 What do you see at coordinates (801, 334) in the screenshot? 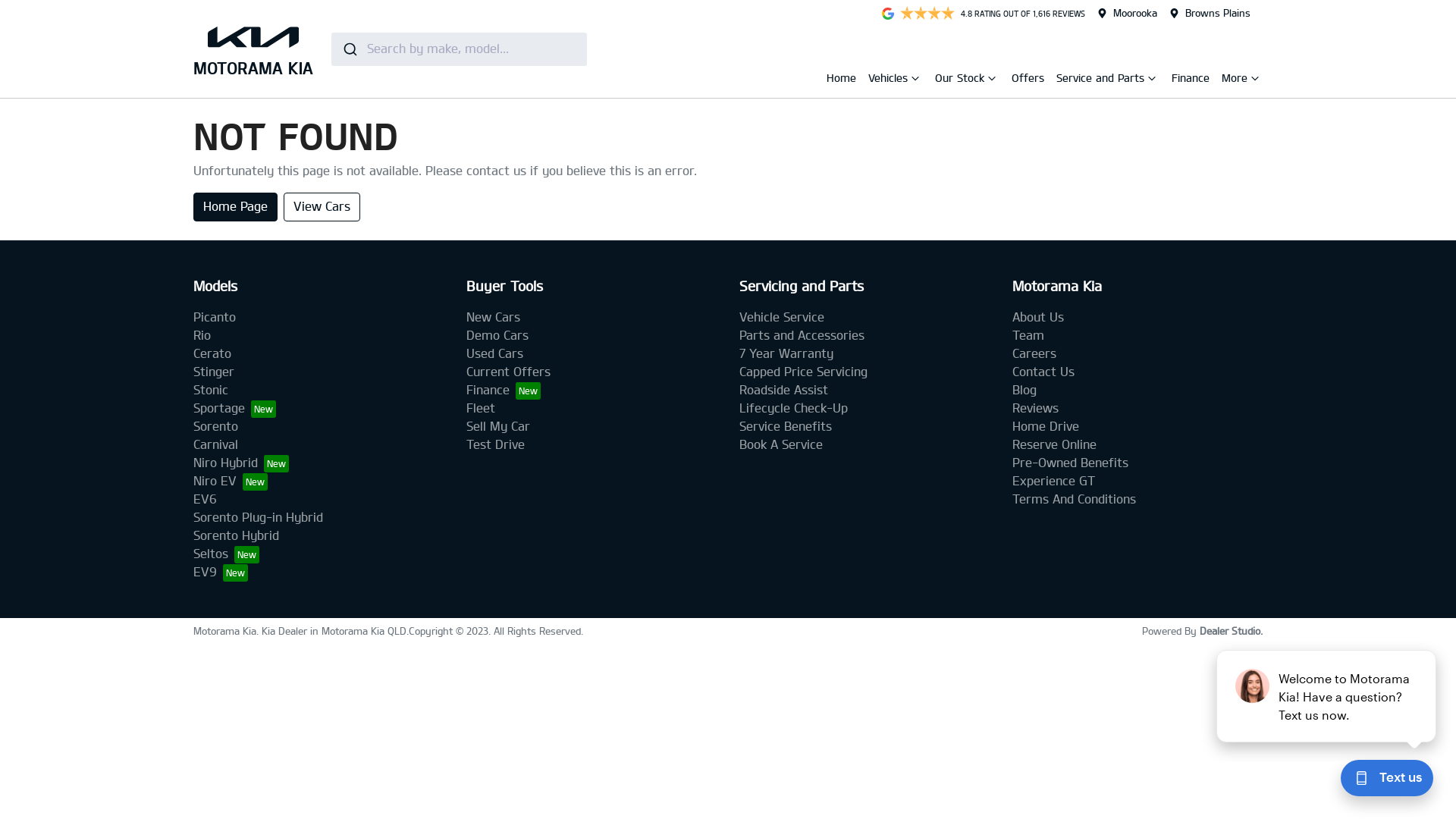
I see `'Parts and Accessories'` at bounding box center [801, 334].